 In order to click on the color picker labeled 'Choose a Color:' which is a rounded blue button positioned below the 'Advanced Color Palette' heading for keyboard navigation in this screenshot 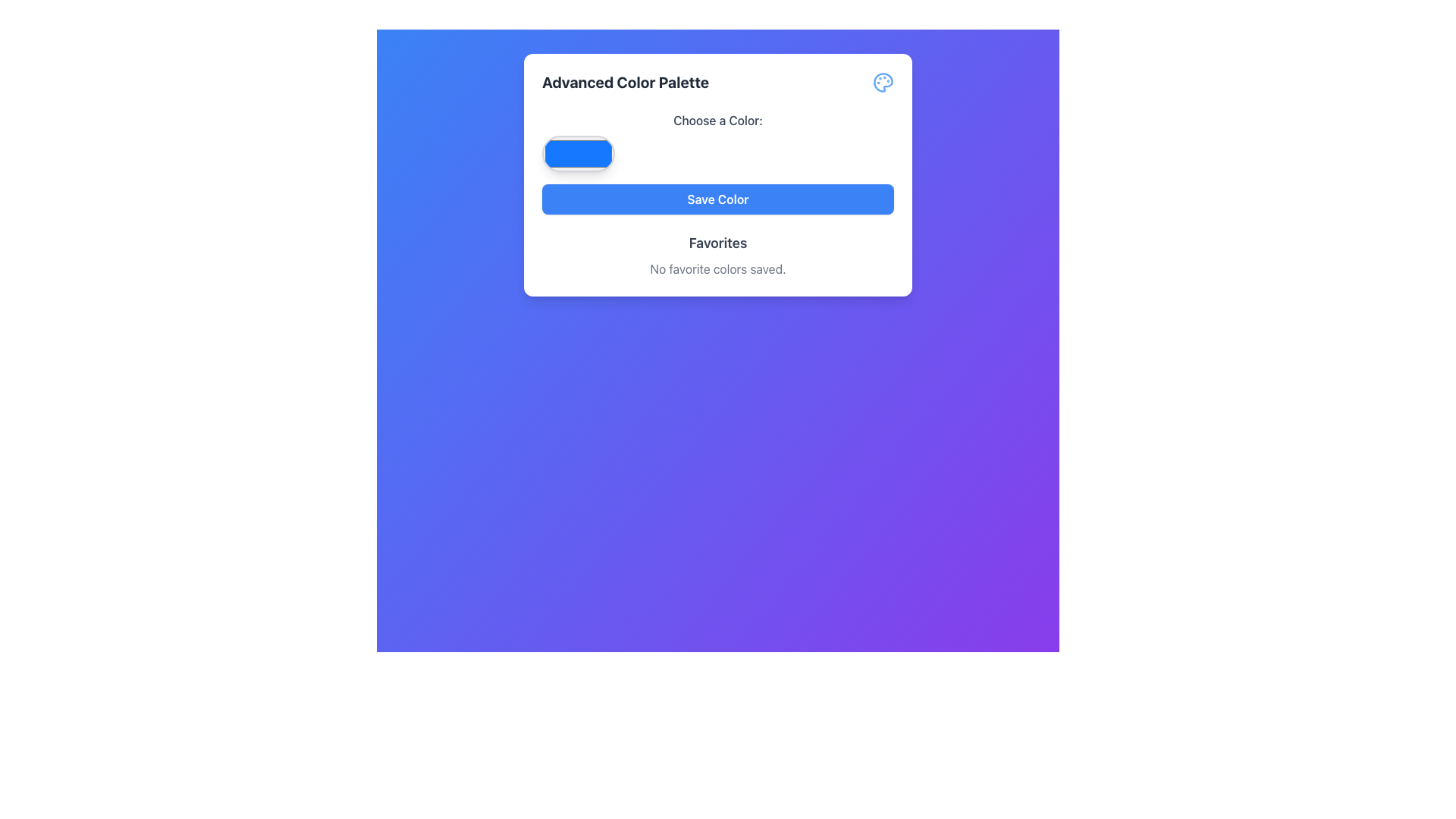, I will do `click(717, 141)`.